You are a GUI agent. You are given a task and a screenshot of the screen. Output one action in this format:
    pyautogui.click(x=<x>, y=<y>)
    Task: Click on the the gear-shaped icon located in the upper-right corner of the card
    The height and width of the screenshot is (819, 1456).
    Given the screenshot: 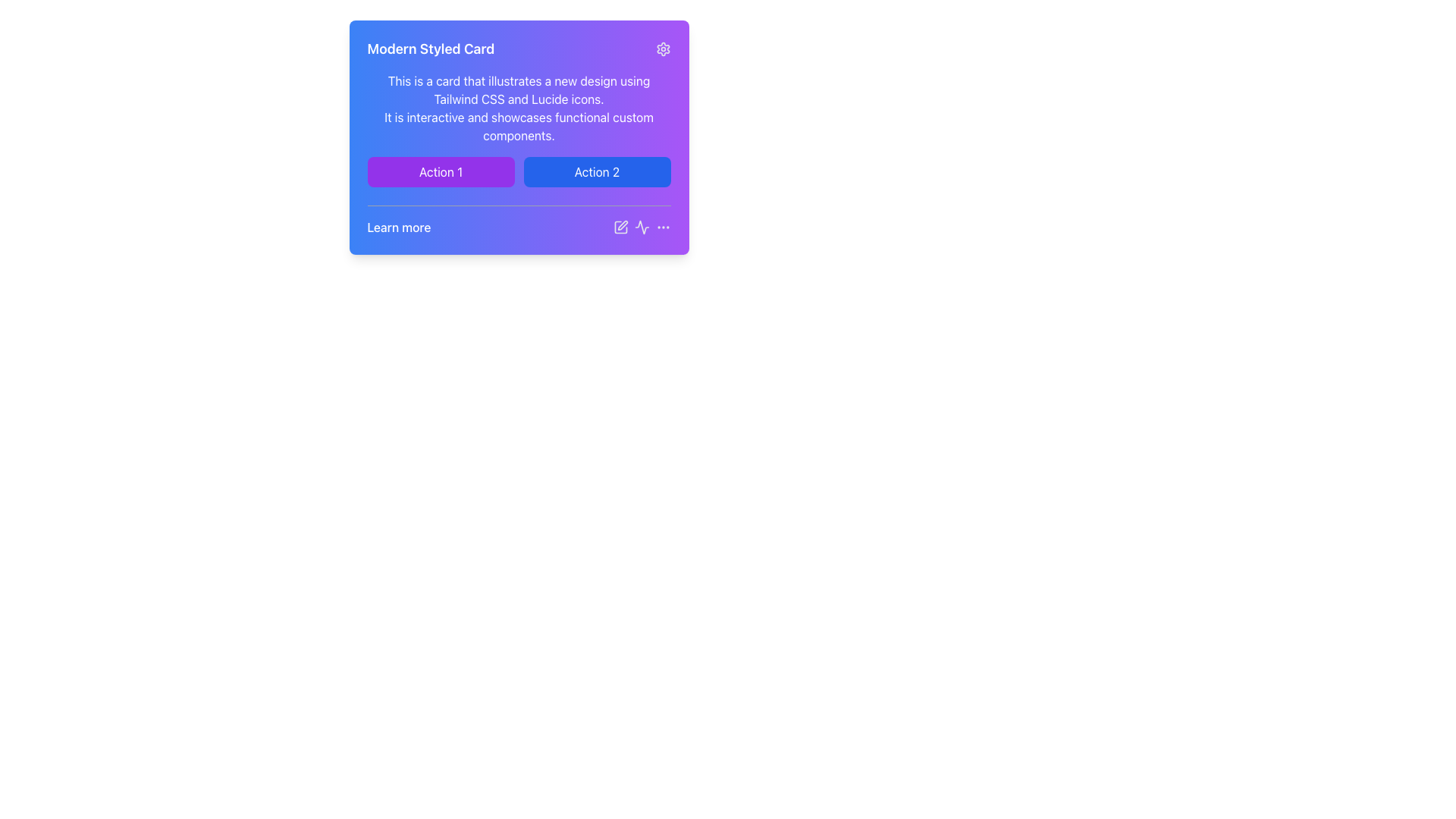 What is the action you would take?
    pyautogui.click(x=663, y=49)
    